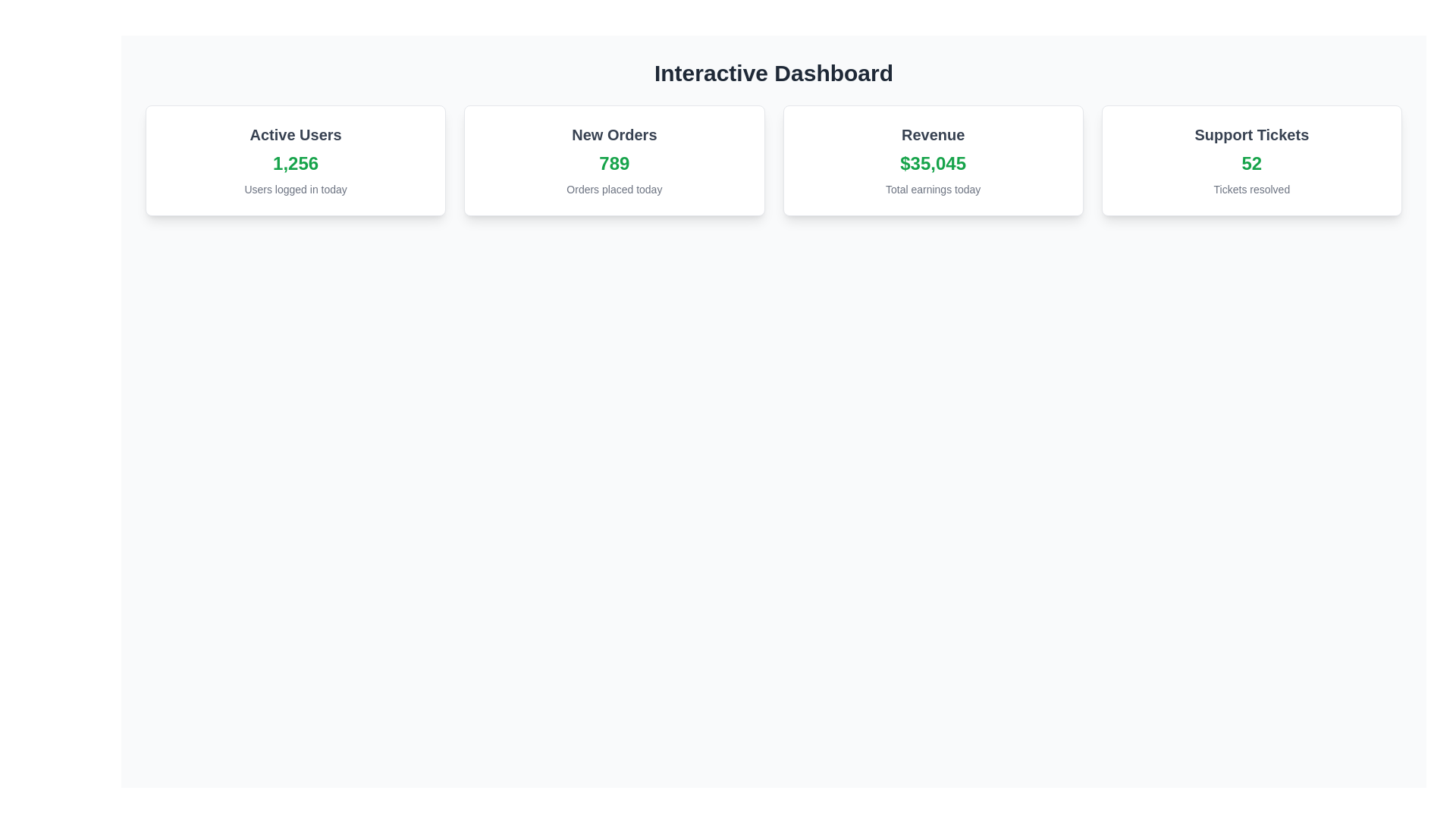  Describe the element at coordinates (1251, 189) in the screenshot. I see `the static text label 'Tickets resolved' located in the bottom section of the 'Support Tickets' card, which provides additional context for the statistic above it` at that location.